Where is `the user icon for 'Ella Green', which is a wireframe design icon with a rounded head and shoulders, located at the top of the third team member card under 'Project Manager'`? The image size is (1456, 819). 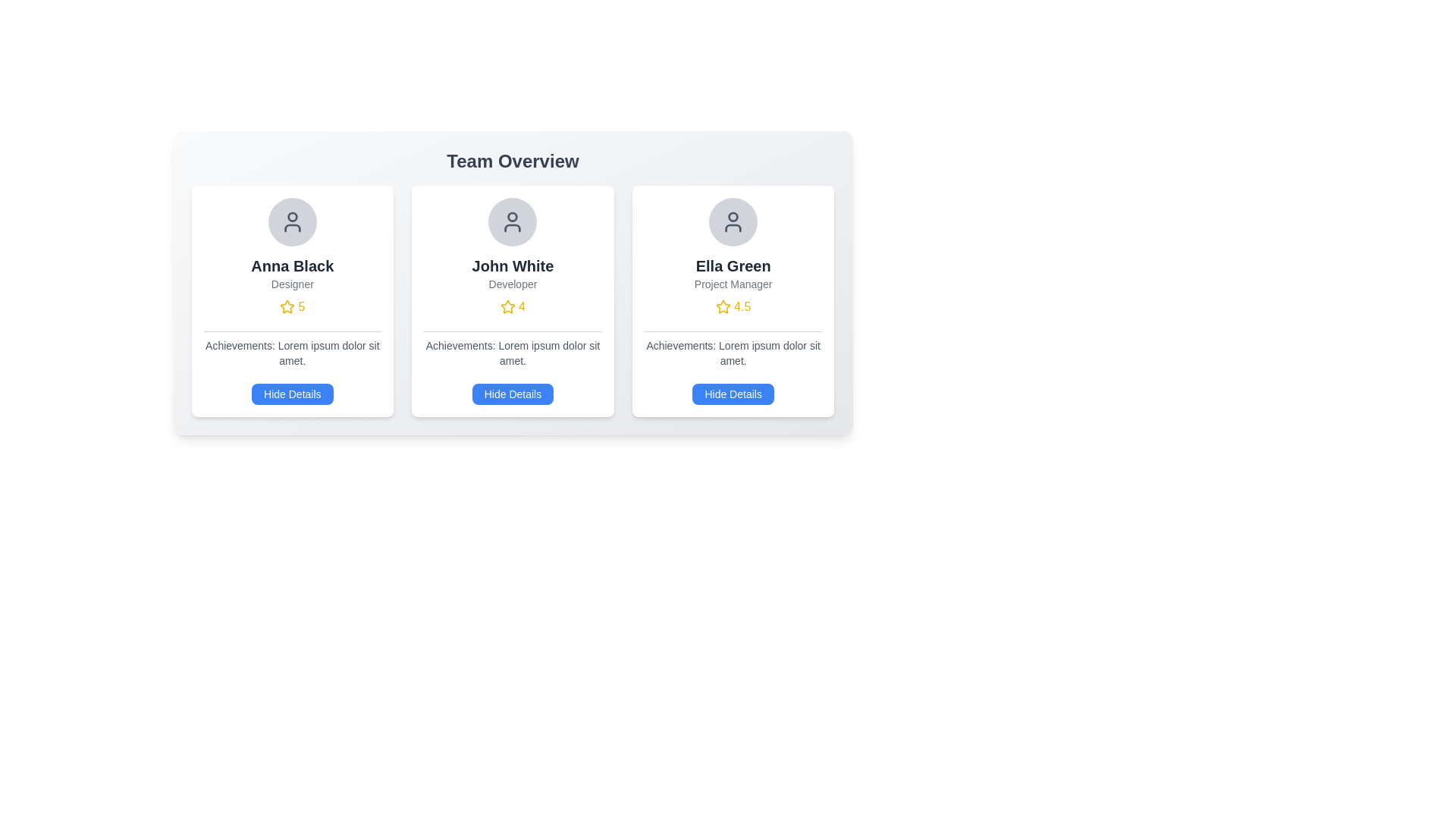
the user icon for 'Ella Green', which is a wireframe design icon with a rounded head and shoulders, located at the top of the third team member card under 'Project Manager' is located at coordinates (733, 222).